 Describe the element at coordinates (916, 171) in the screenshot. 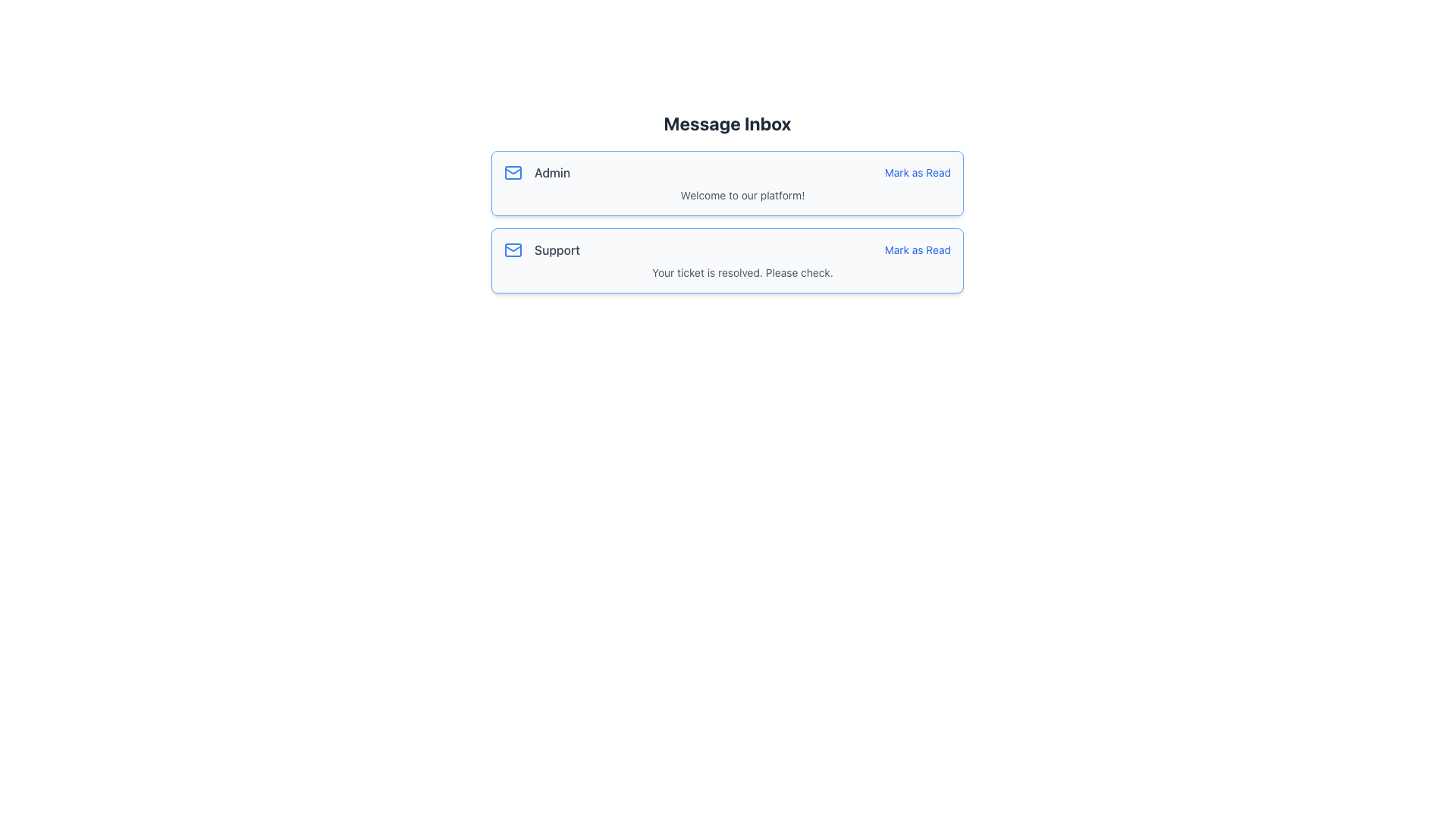

I see `the 'Mark as Read' hyperlink located in the top notification box of the 'Message Inbox' interface to mark the message as read` at that location.